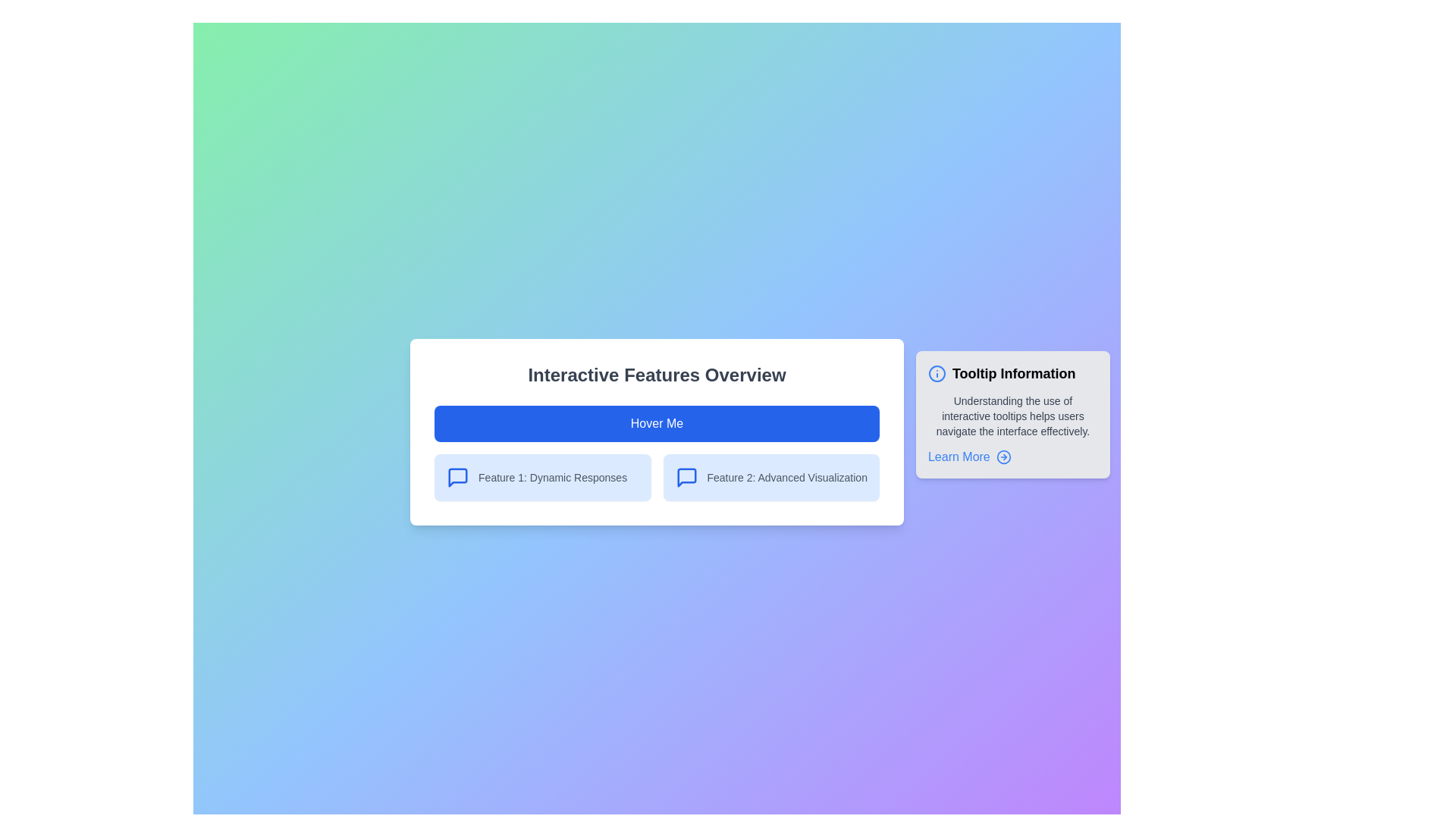  What do you see at coordinates (1003, 456) in the screenshot?
I see `the icon located immediately to the right of the 'Learn More' text to observe any visual changes` at bounding box center [1003, 456].